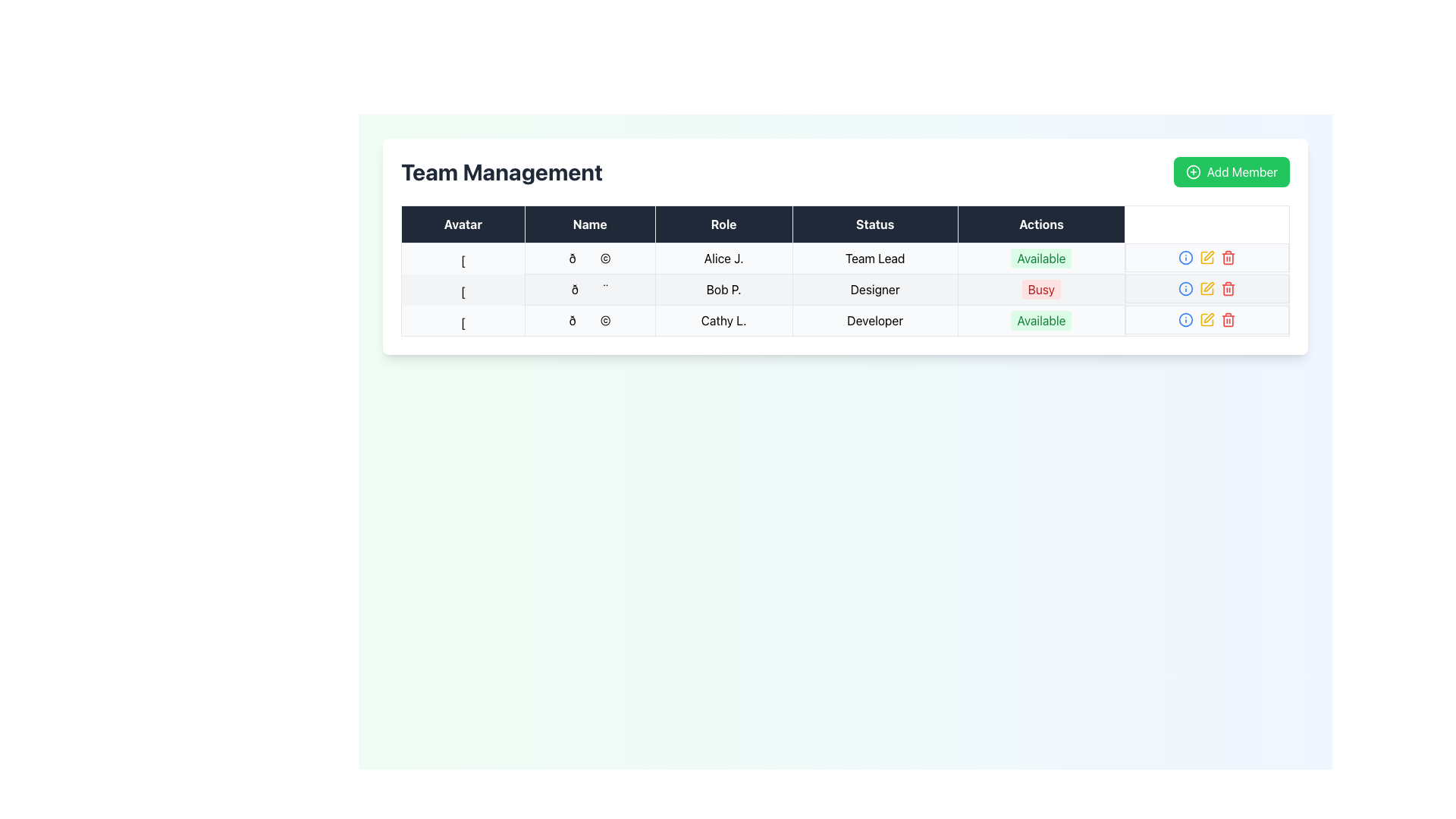  I want to click on the red trash can icon in the Actions column of the user table, so click(1228, 256).